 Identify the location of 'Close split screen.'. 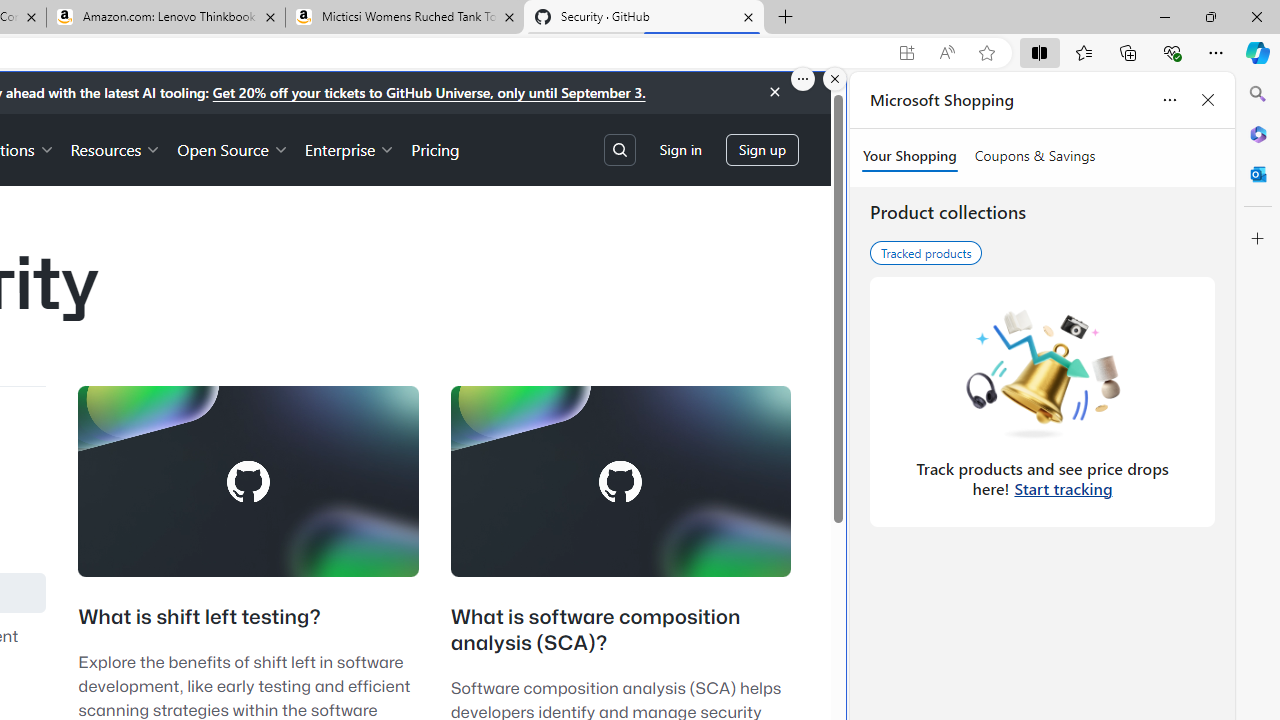
(835, 78).